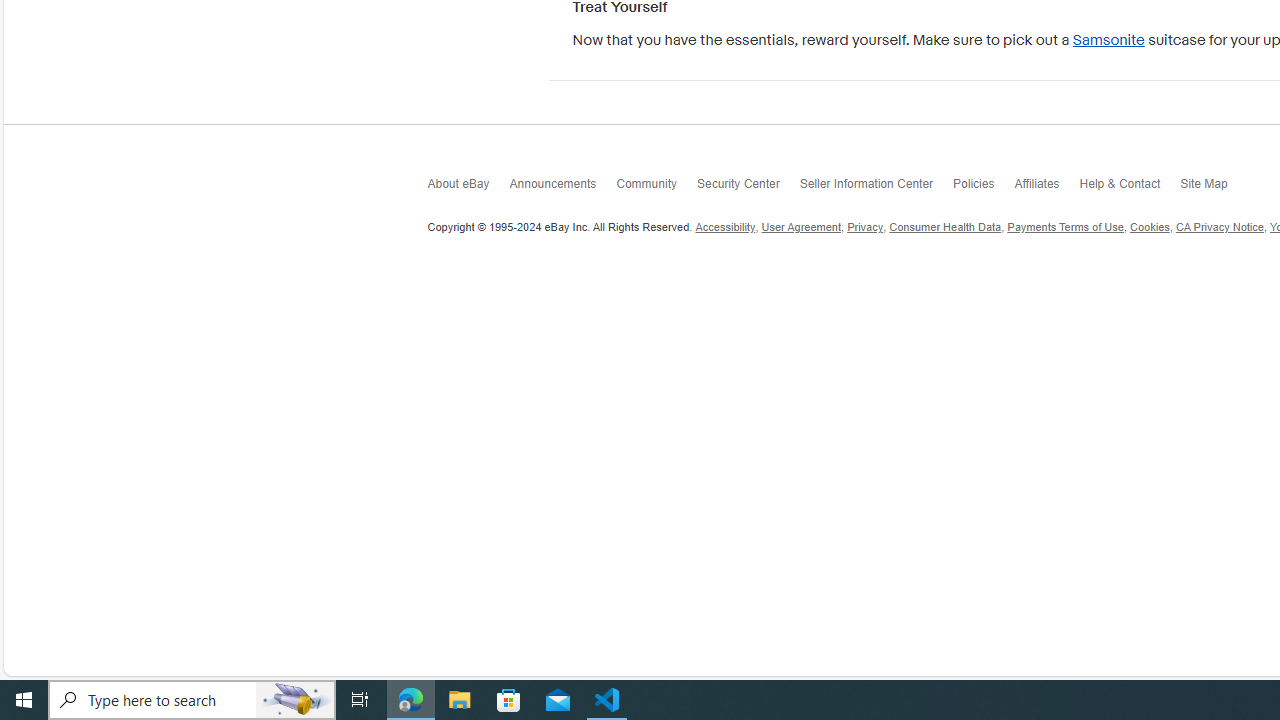 This screenshot has width=1280, height=720. I want to click on 'Security Center', so click(747, 189).